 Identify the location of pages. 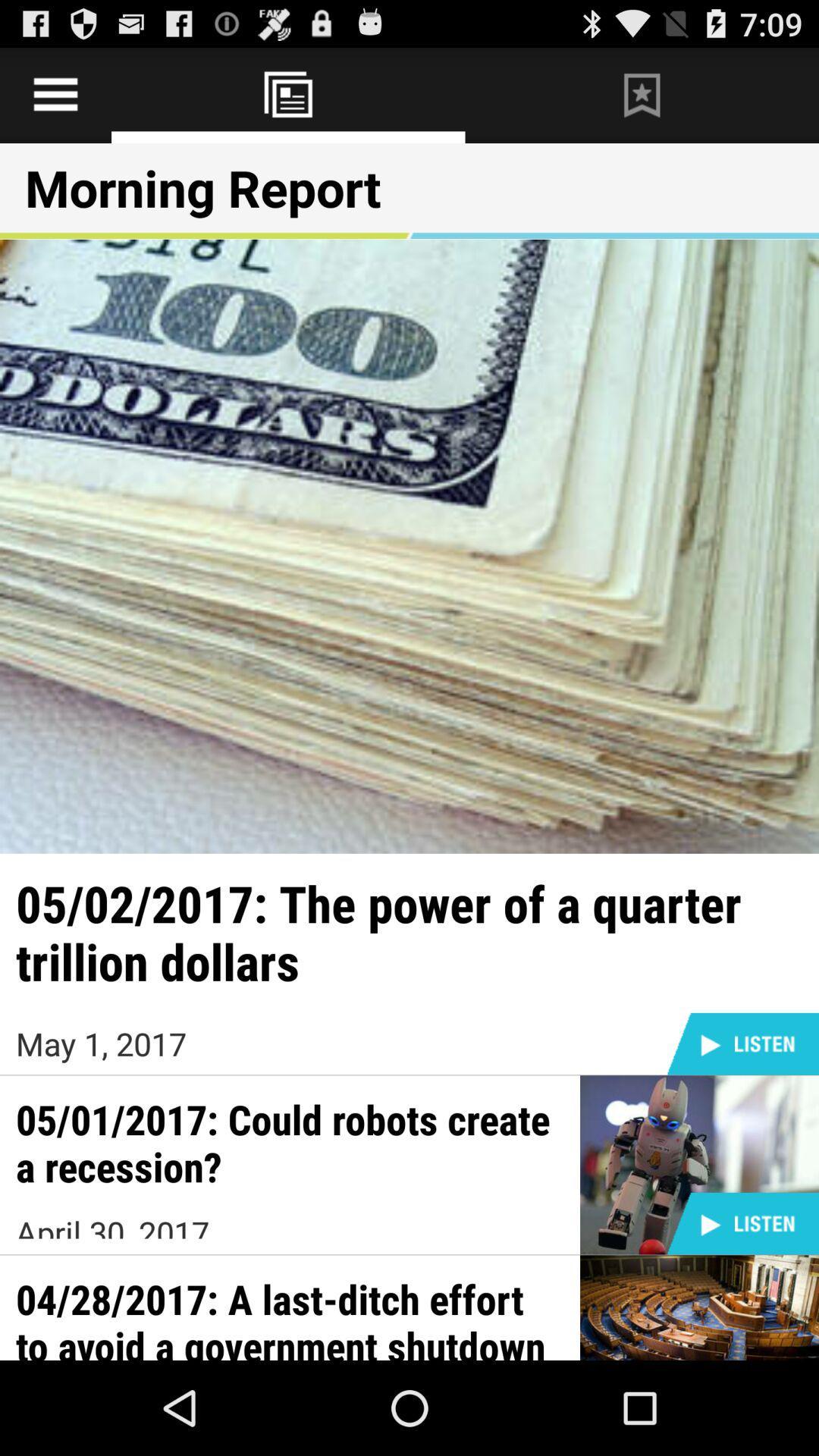
(55, 94).